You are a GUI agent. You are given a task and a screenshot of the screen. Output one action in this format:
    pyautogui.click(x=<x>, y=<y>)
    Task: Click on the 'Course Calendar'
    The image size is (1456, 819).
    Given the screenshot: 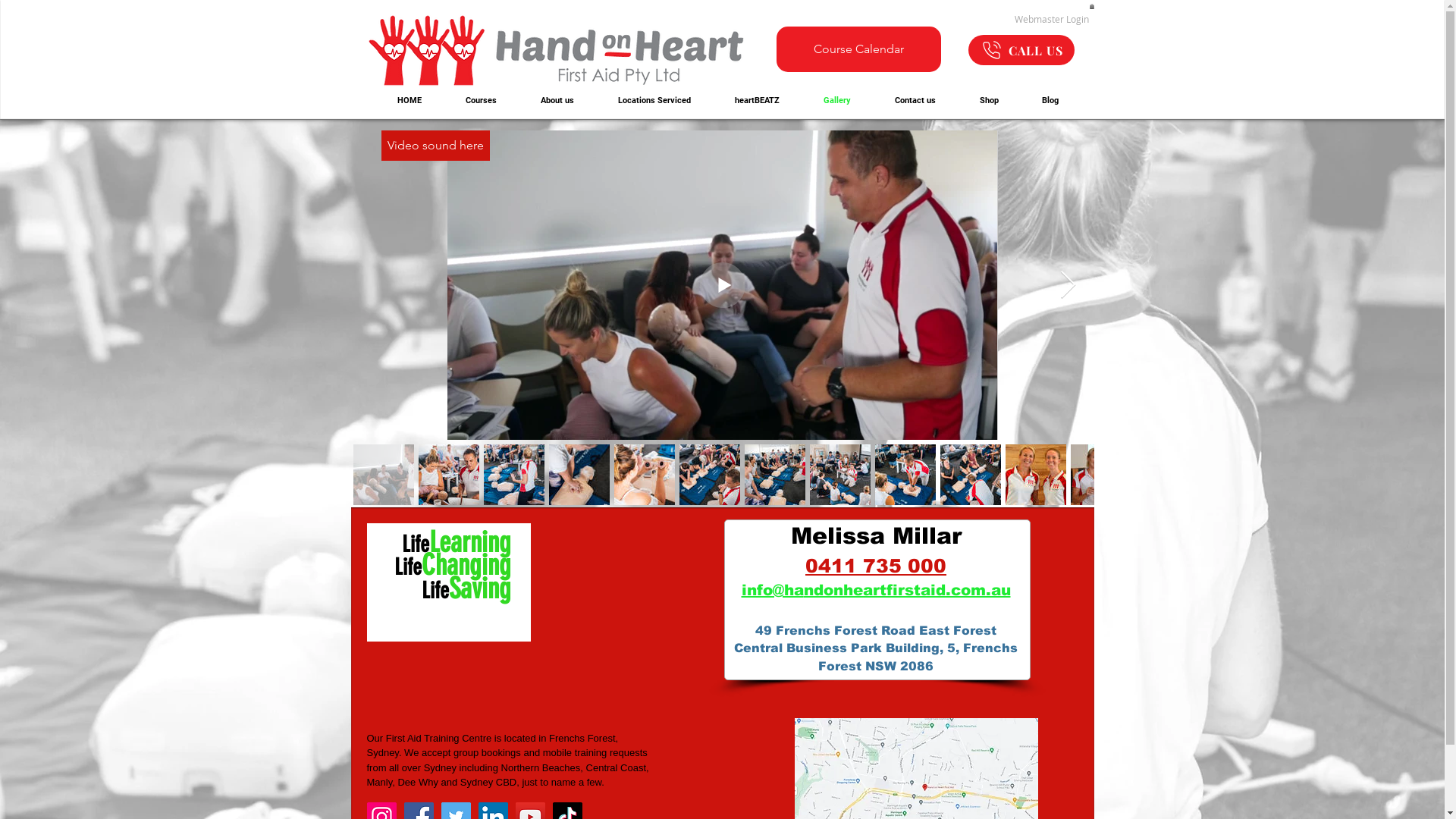 What is the action you would take?
    pyautogui.click(x=858, y=49)
    